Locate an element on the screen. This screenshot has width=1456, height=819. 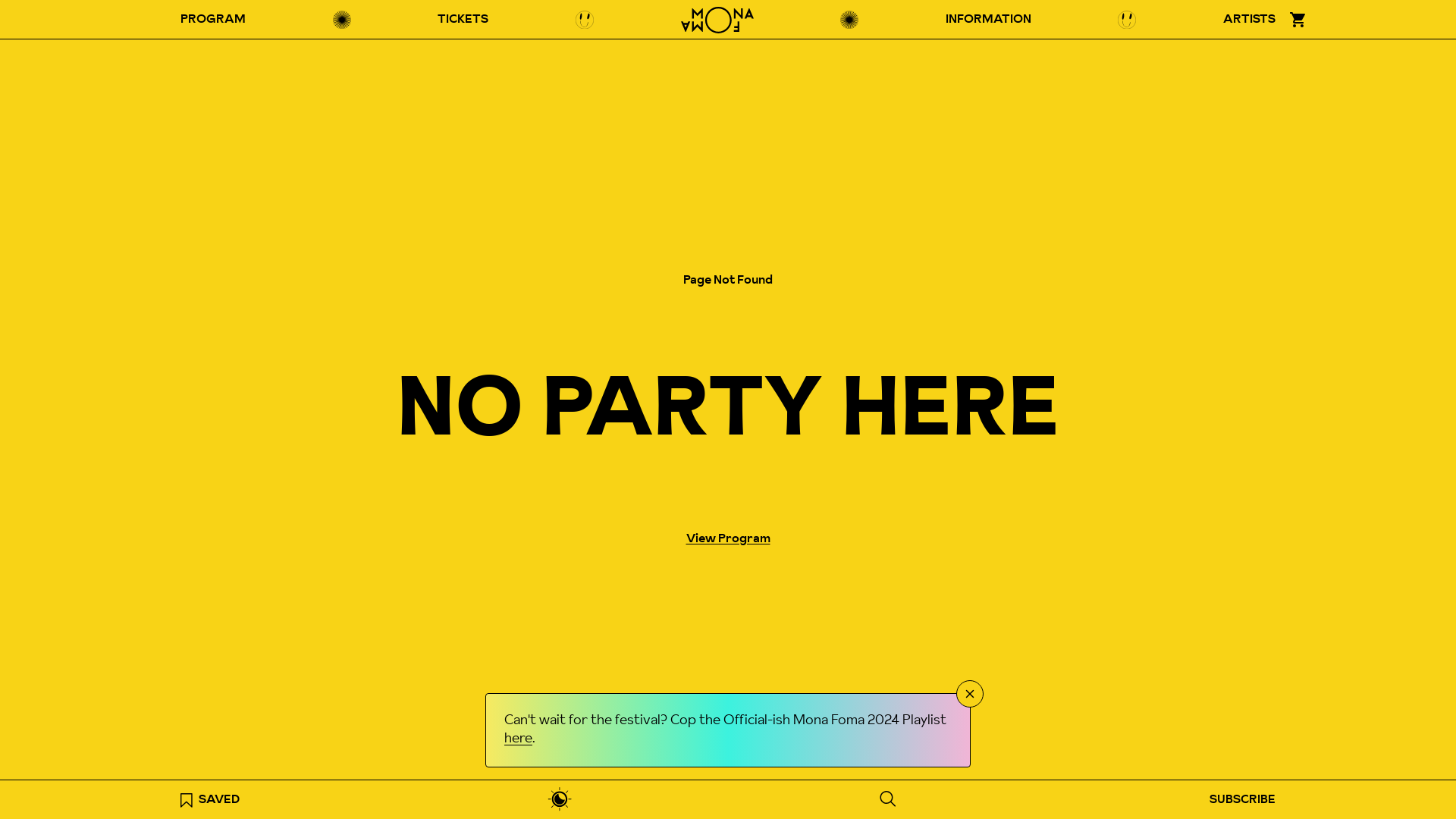
'PROGRAM' is located at coordinates (171, 20).